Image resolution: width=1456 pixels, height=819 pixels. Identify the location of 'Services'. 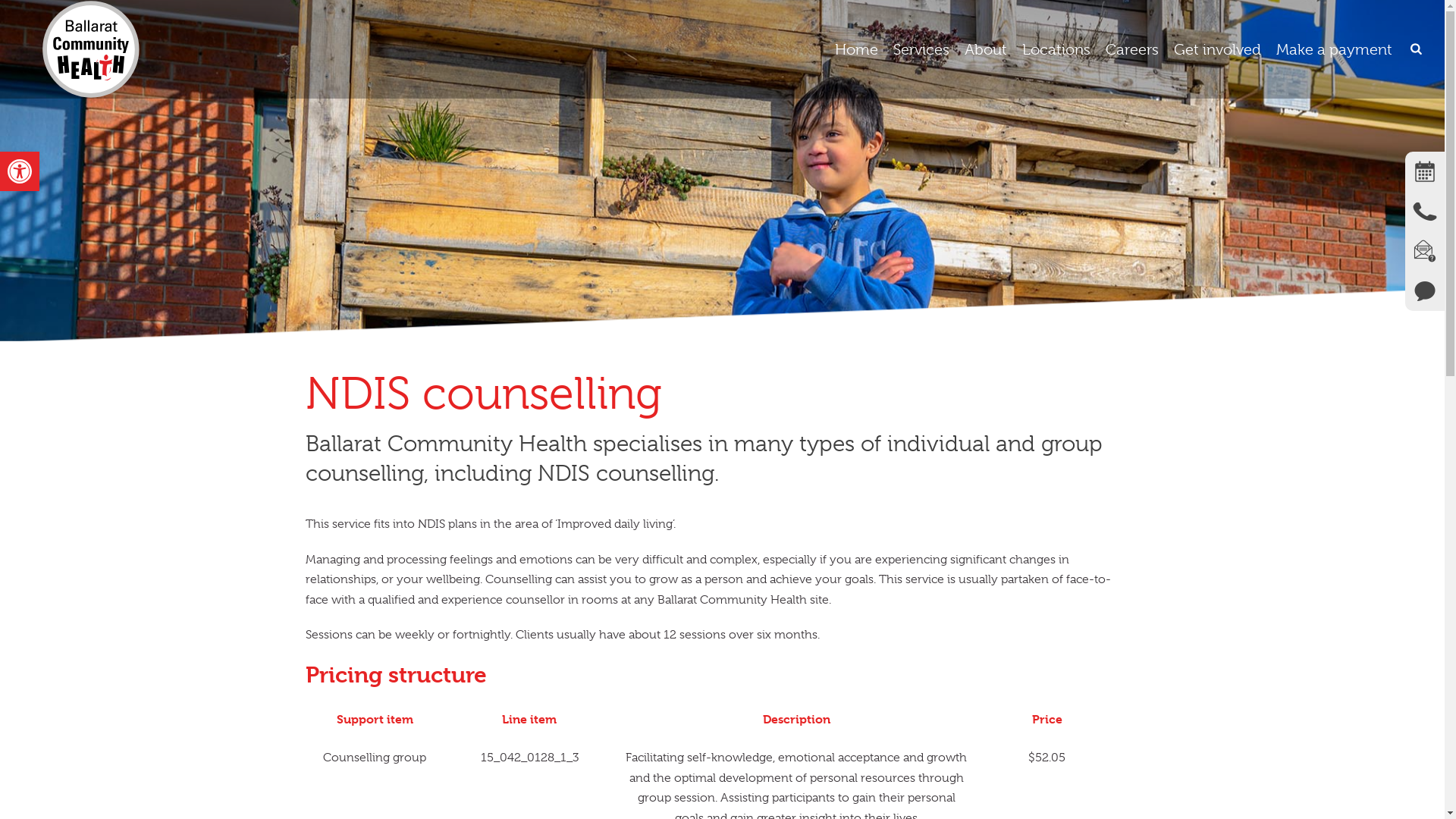
(920, 49).